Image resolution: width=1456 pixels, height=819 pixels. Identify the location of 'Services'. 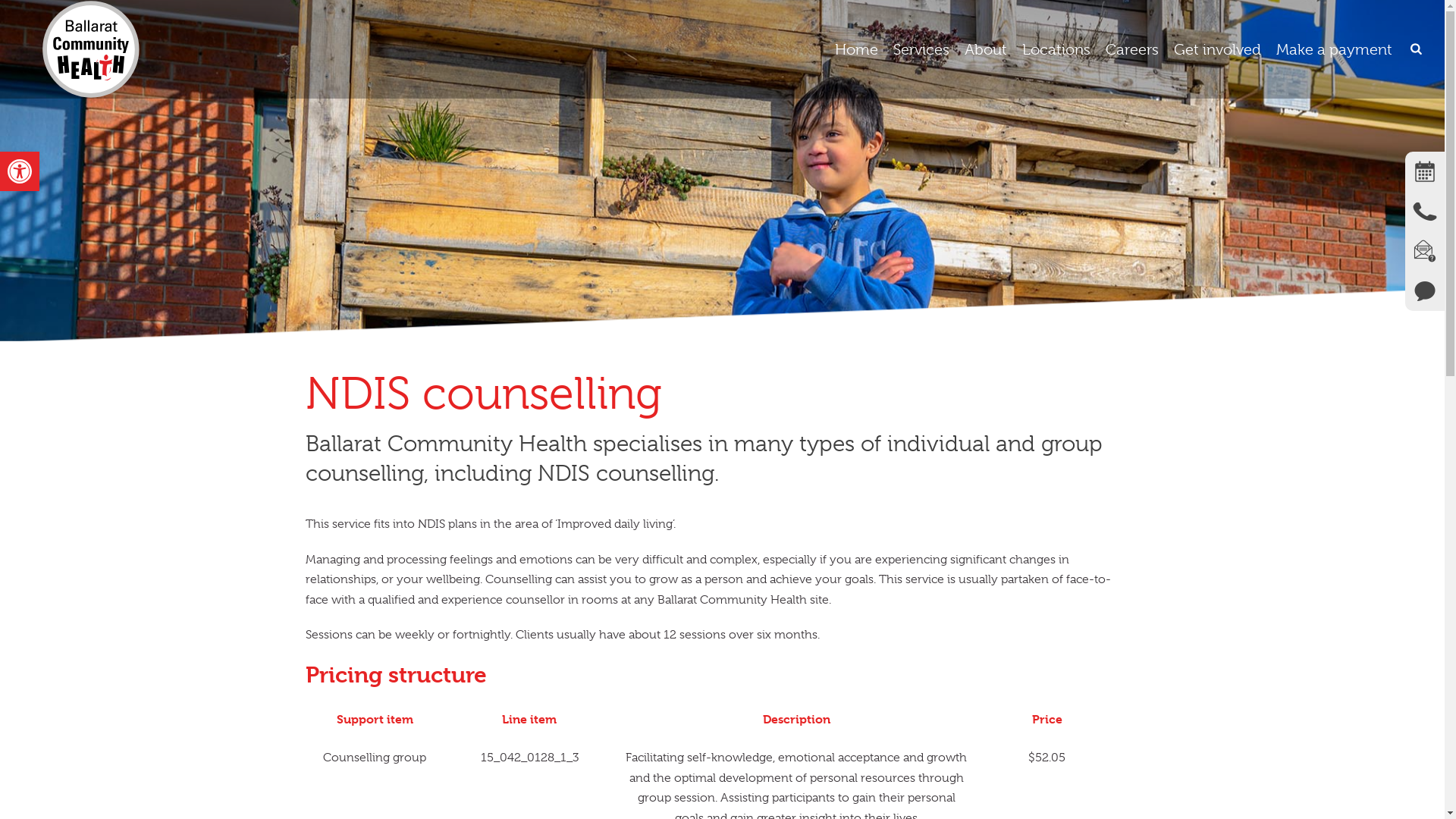
(920, 49).